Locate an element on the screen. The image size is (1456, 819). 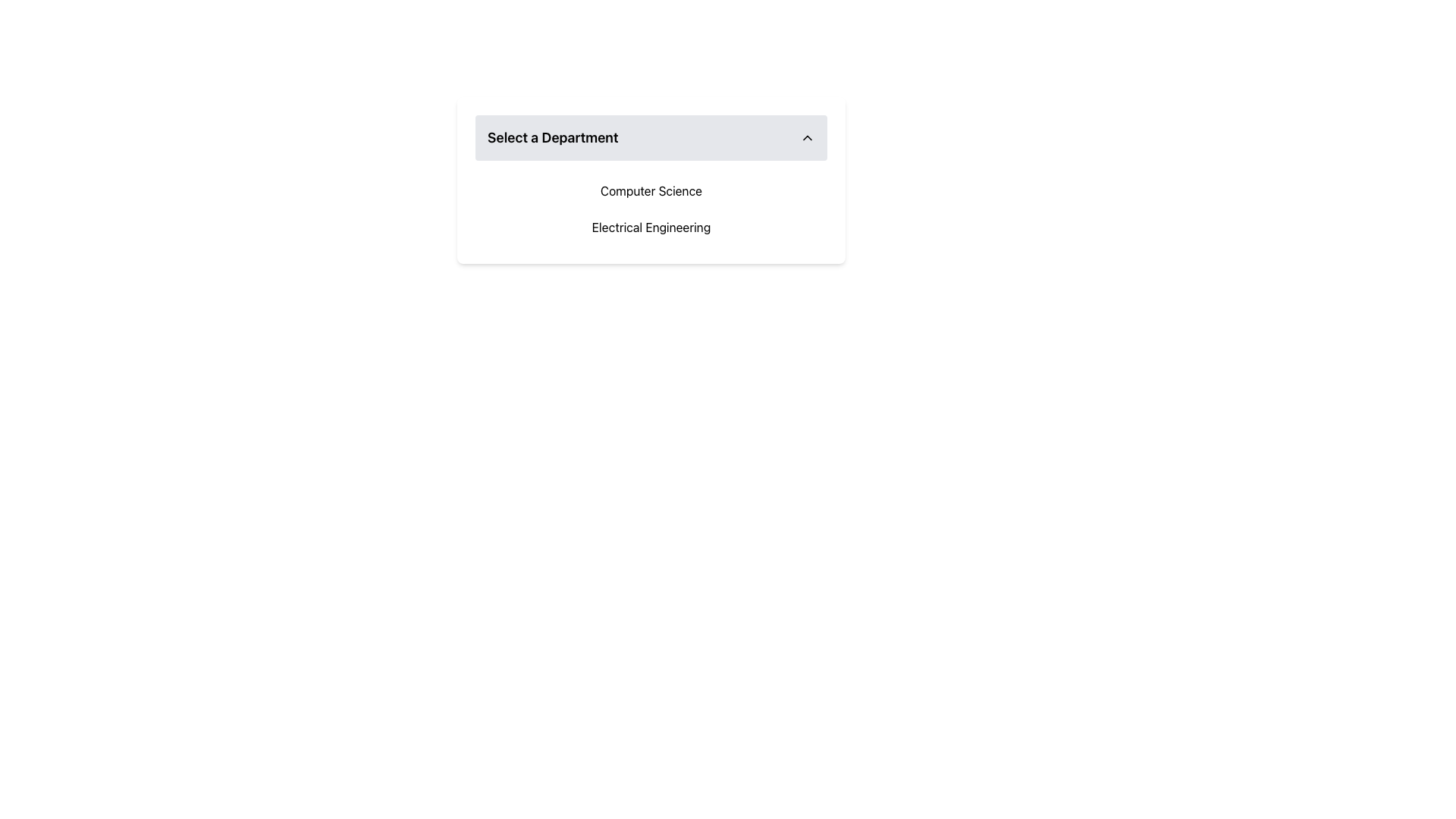
the upward-pointing chevron icon located at the far-right of the 'Select a Department' rectangular box is located at coordinates (807, 137).